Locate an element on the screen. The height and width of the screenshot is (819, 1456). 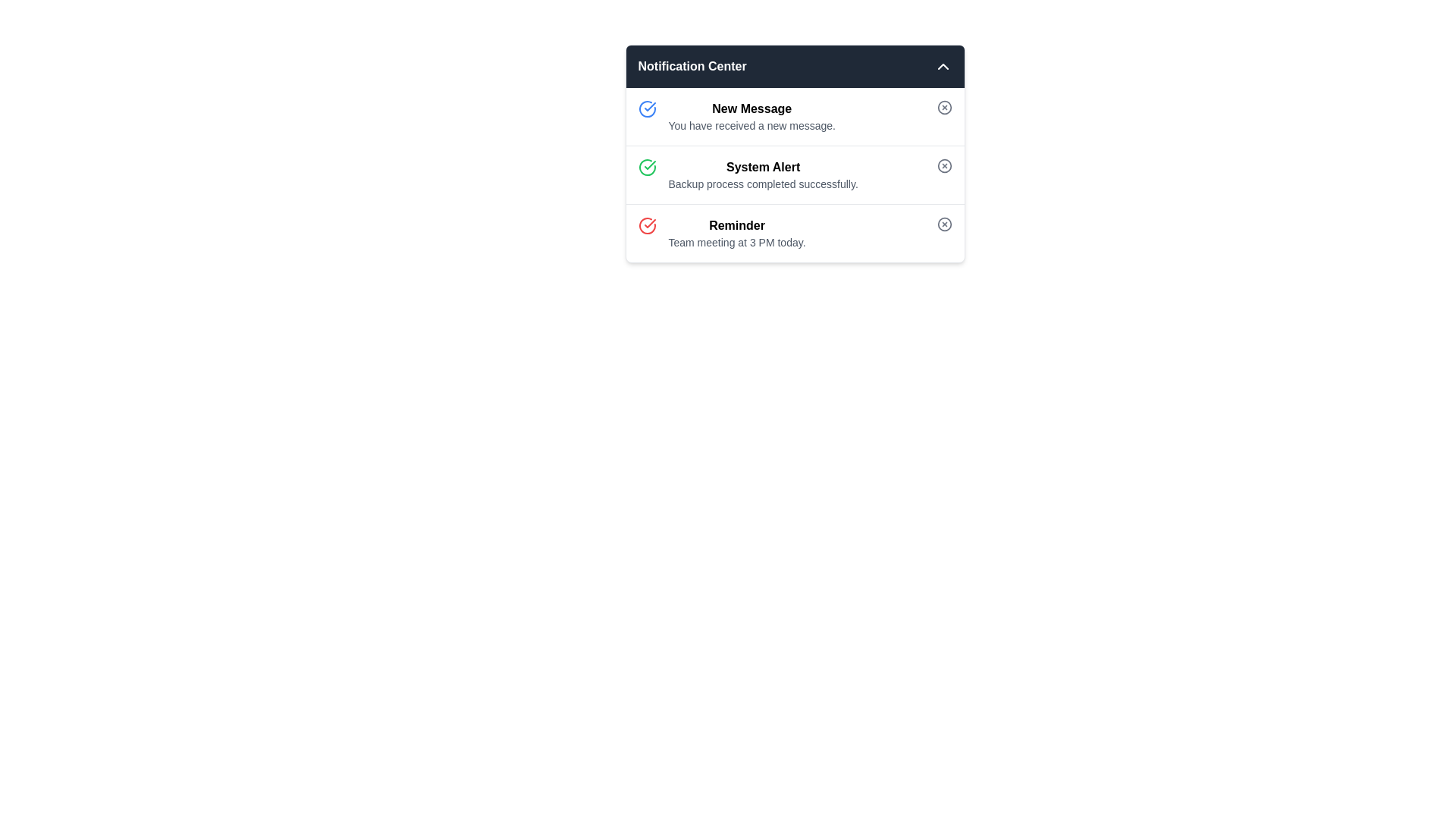
the non-interactive status icon for the 'System Alert' notification, which is positioned to the left of the notification's title and description text is located at coordinates (650, 165).